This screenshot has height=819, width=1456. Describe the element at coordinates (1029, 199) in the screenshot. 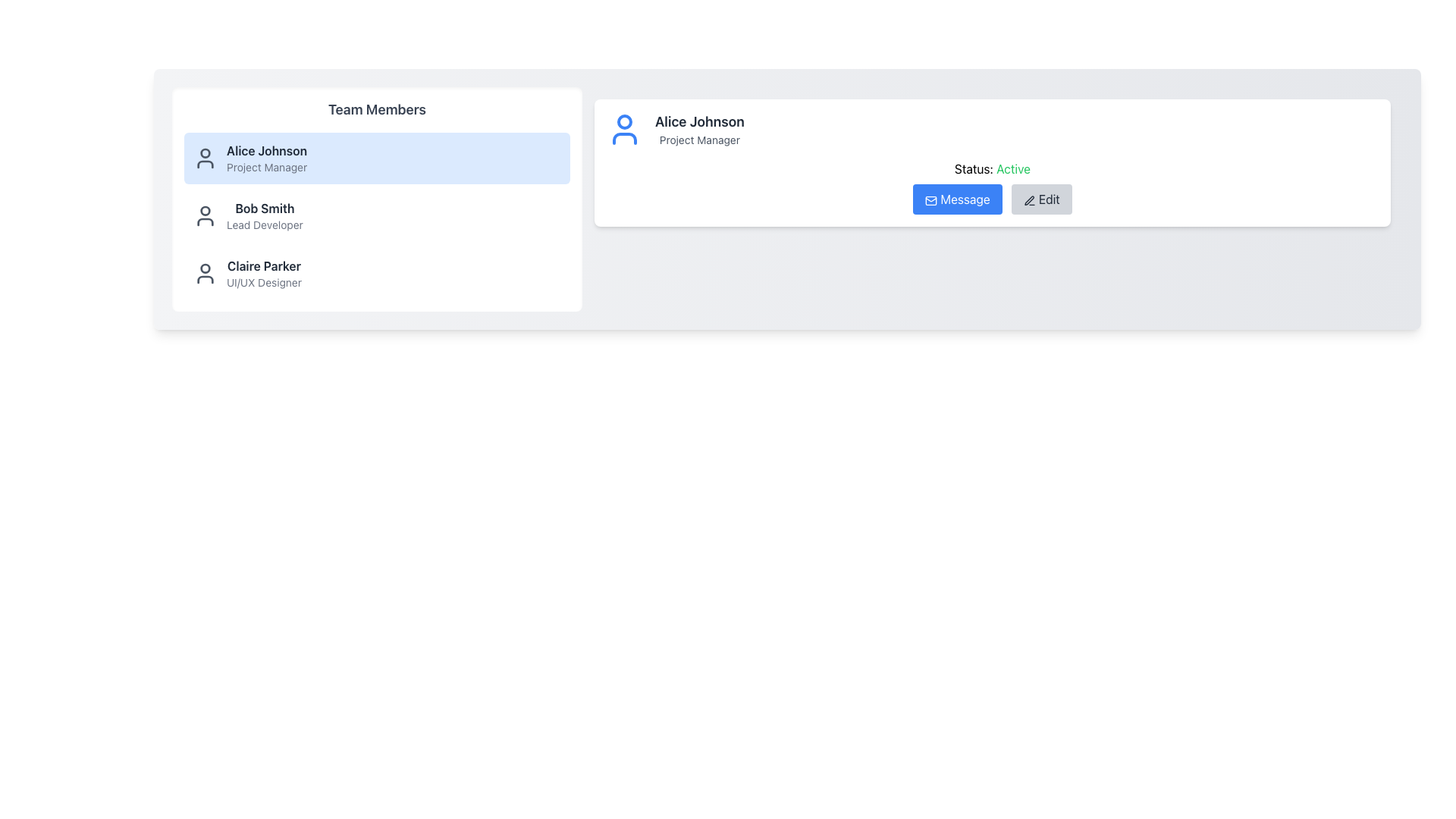

I see `the 'Edit' button which contains the icon that signifies the editing functionality, located on the right-hand side of the user profile information section` at that location.